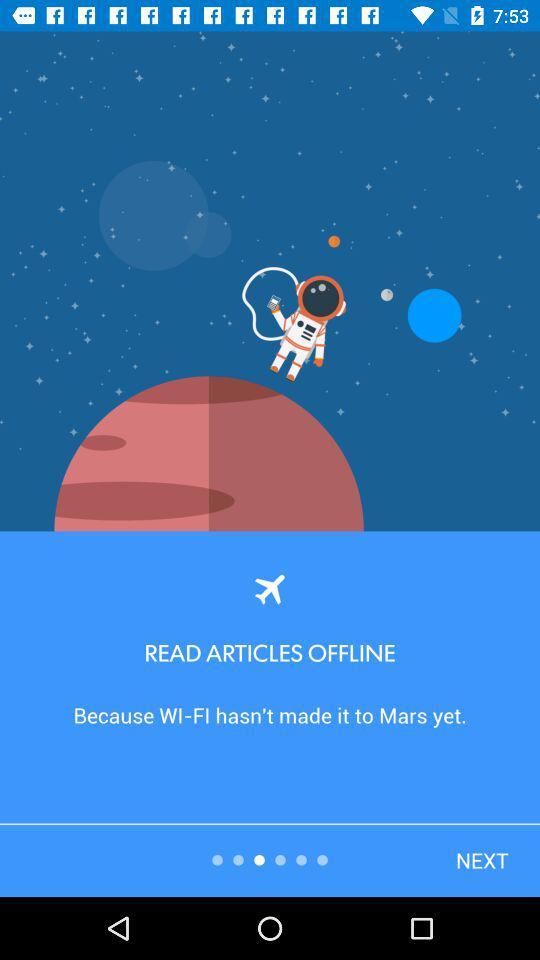  Describe the element at coordinates (270, 588) in the screenshot. I see `top of read articles offline` at that location.